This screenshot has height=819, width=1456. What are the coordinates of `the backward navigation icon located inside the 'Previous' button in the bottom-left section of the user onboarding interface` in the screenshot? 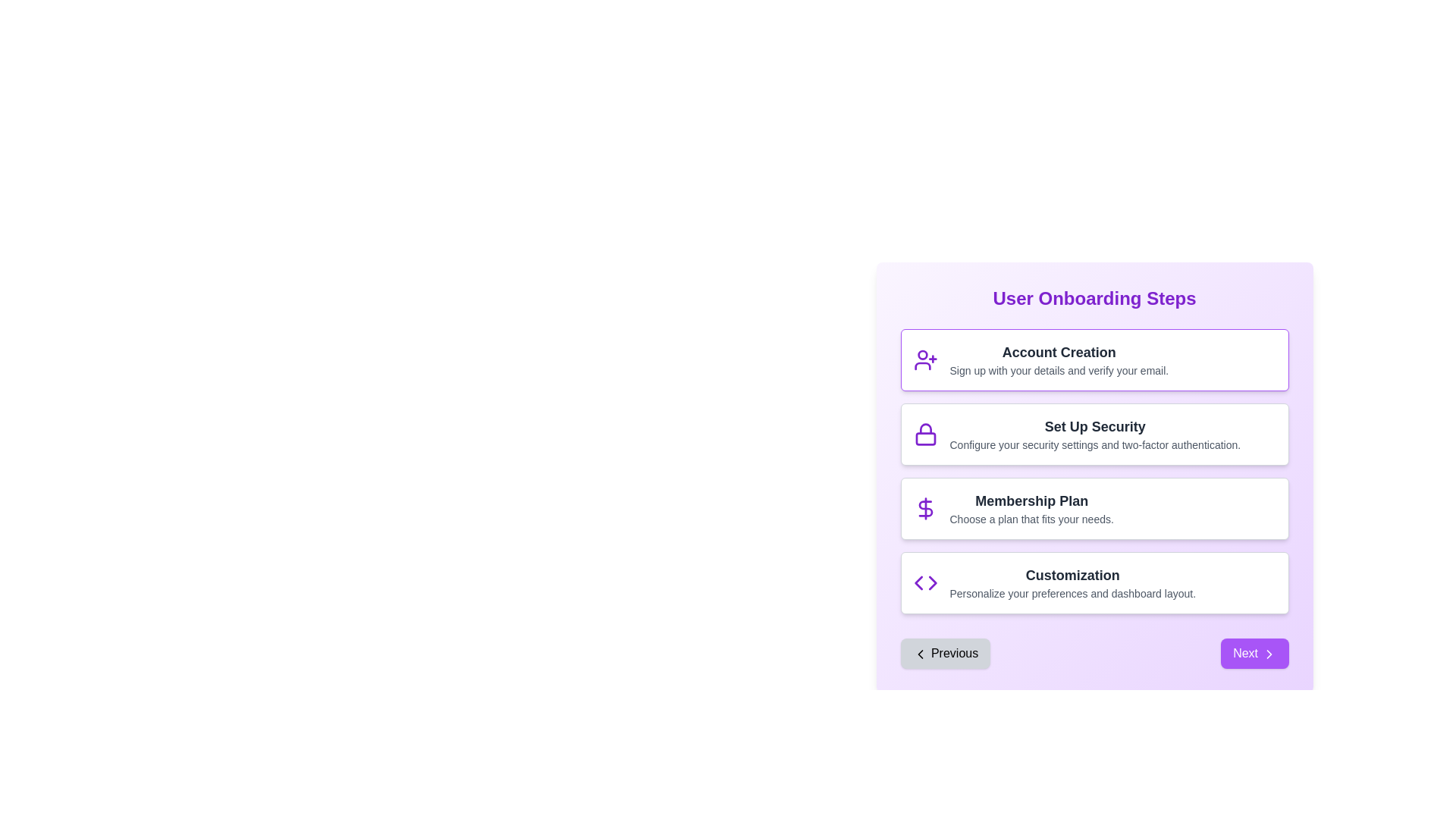 It's located at (919, 653).